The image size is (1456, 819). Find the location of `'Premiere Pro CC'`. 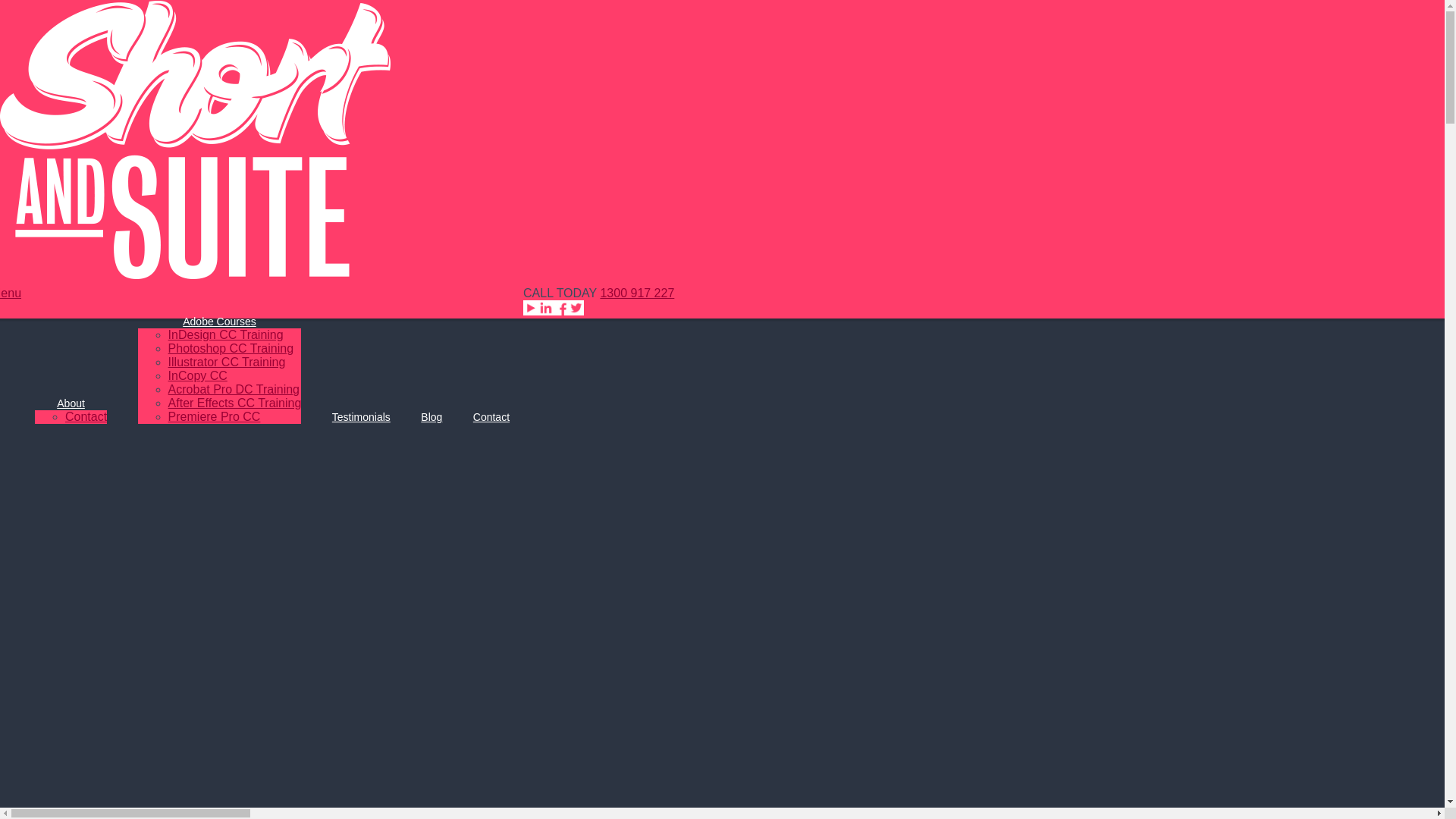

'Premiere Pro CC' is located at coordinates (214, 416).